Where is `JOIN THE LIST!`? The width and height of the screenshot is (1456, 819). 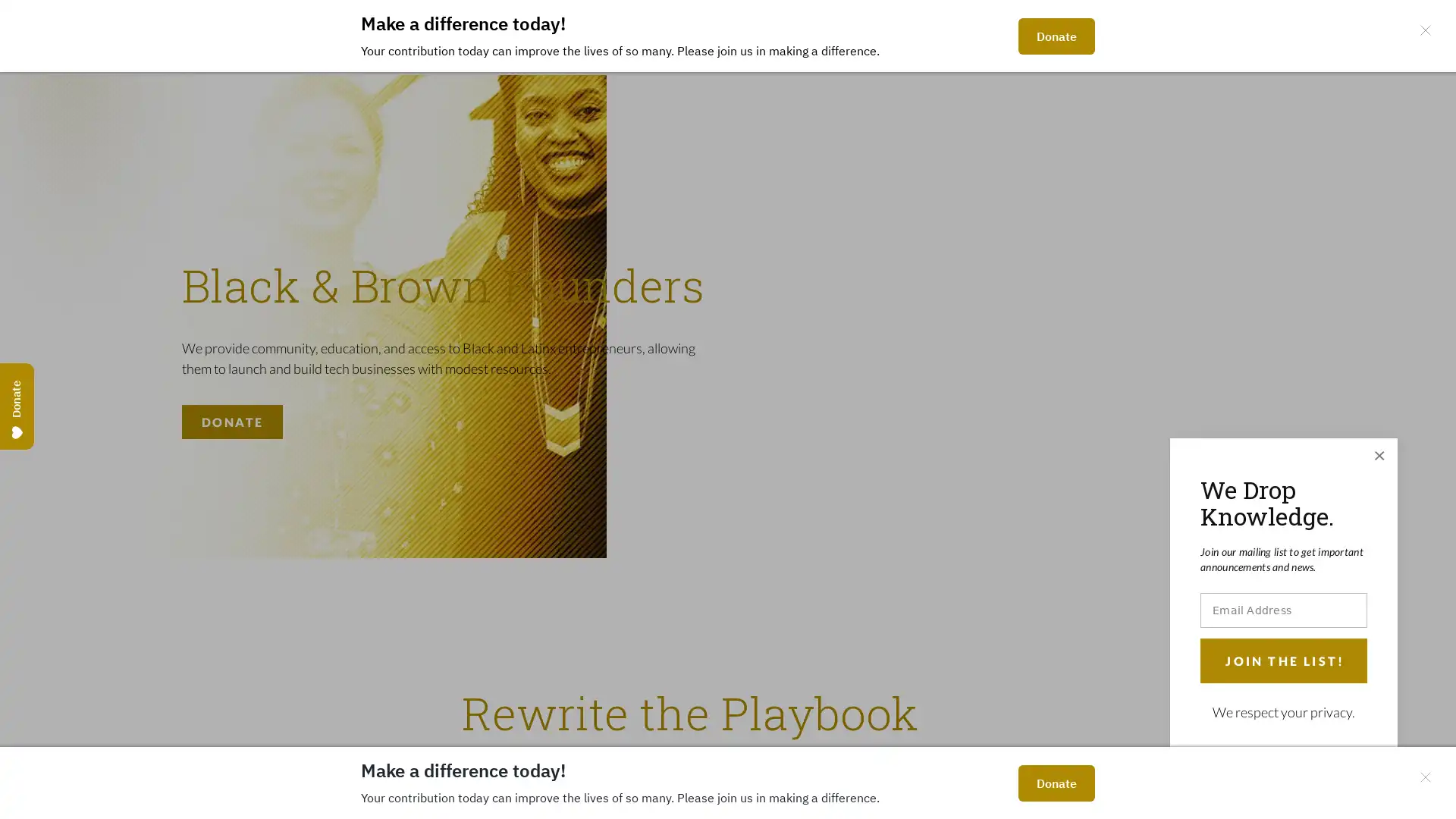 JOIN THE LIST! is located at coordinates (1283, 660).